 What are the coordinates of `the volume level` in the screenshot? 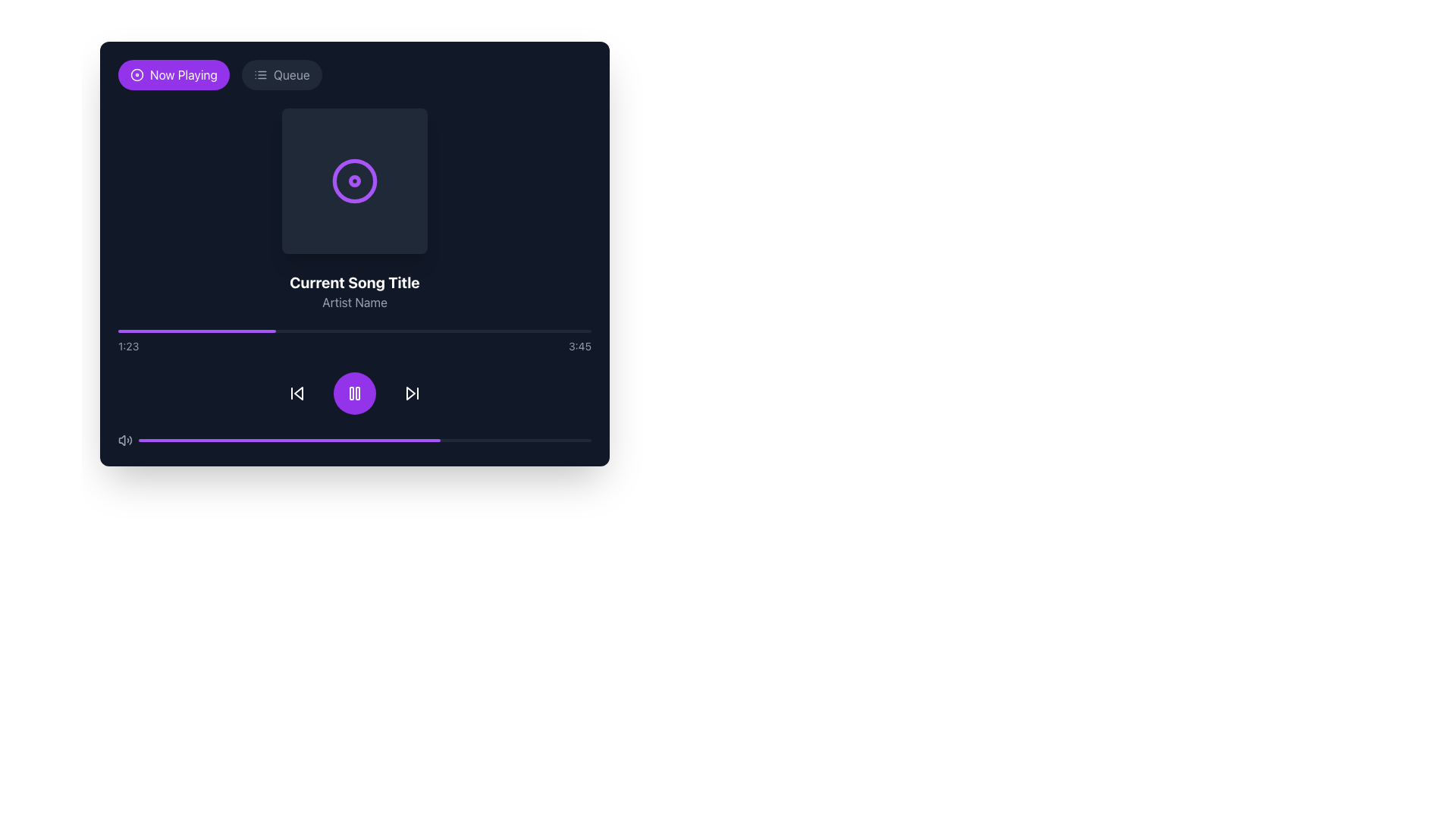 It's located at (156, 441).